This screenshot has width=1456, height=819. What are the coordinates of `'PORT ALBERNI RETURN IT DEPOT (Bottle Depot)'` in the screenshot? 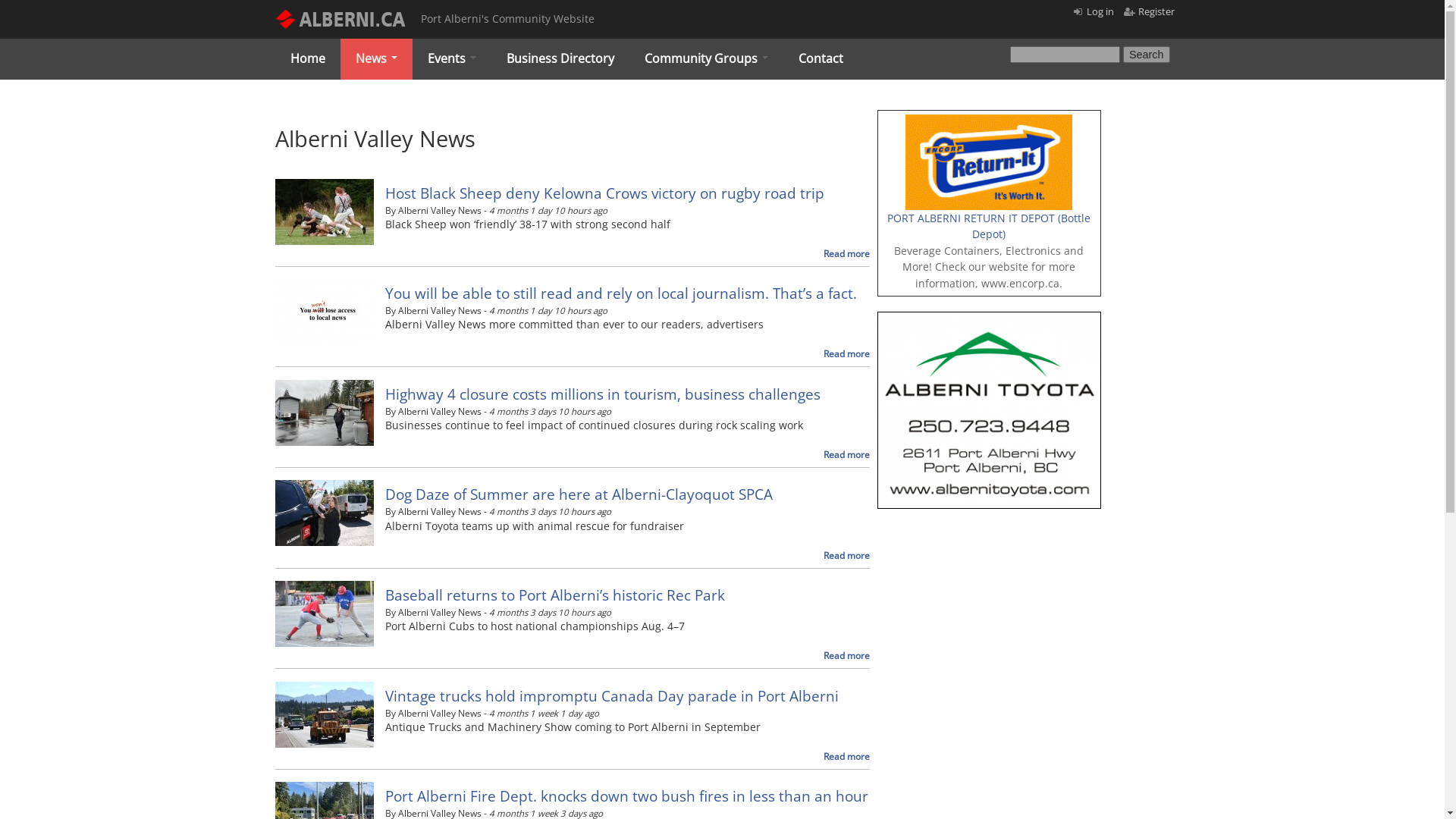 It's located at (989, 226).